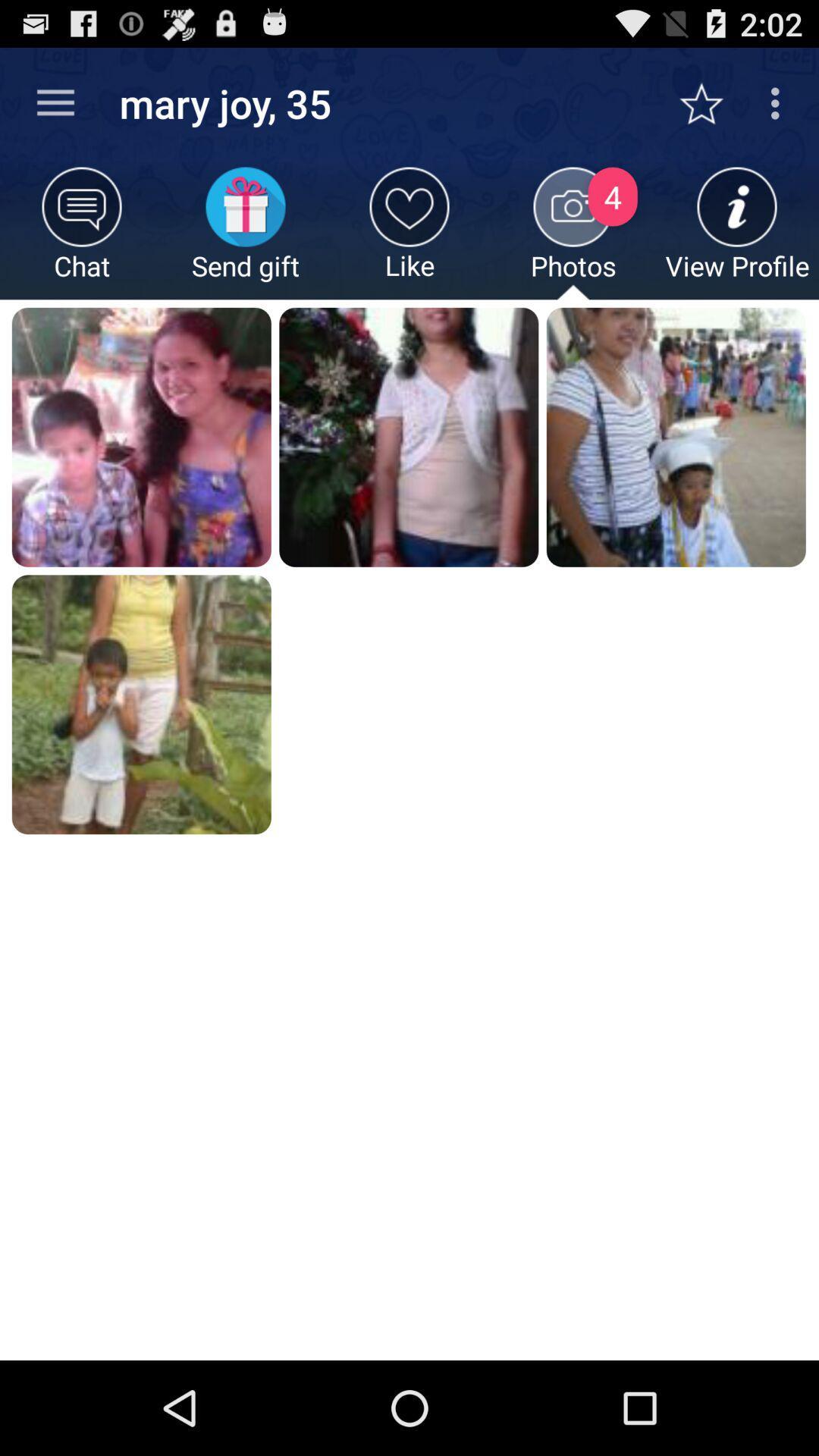 This screenshot has width=819, height=1456. Describe the element at coordinates (779, 103) in the screenshot. I see `the button next to star button` at that location.